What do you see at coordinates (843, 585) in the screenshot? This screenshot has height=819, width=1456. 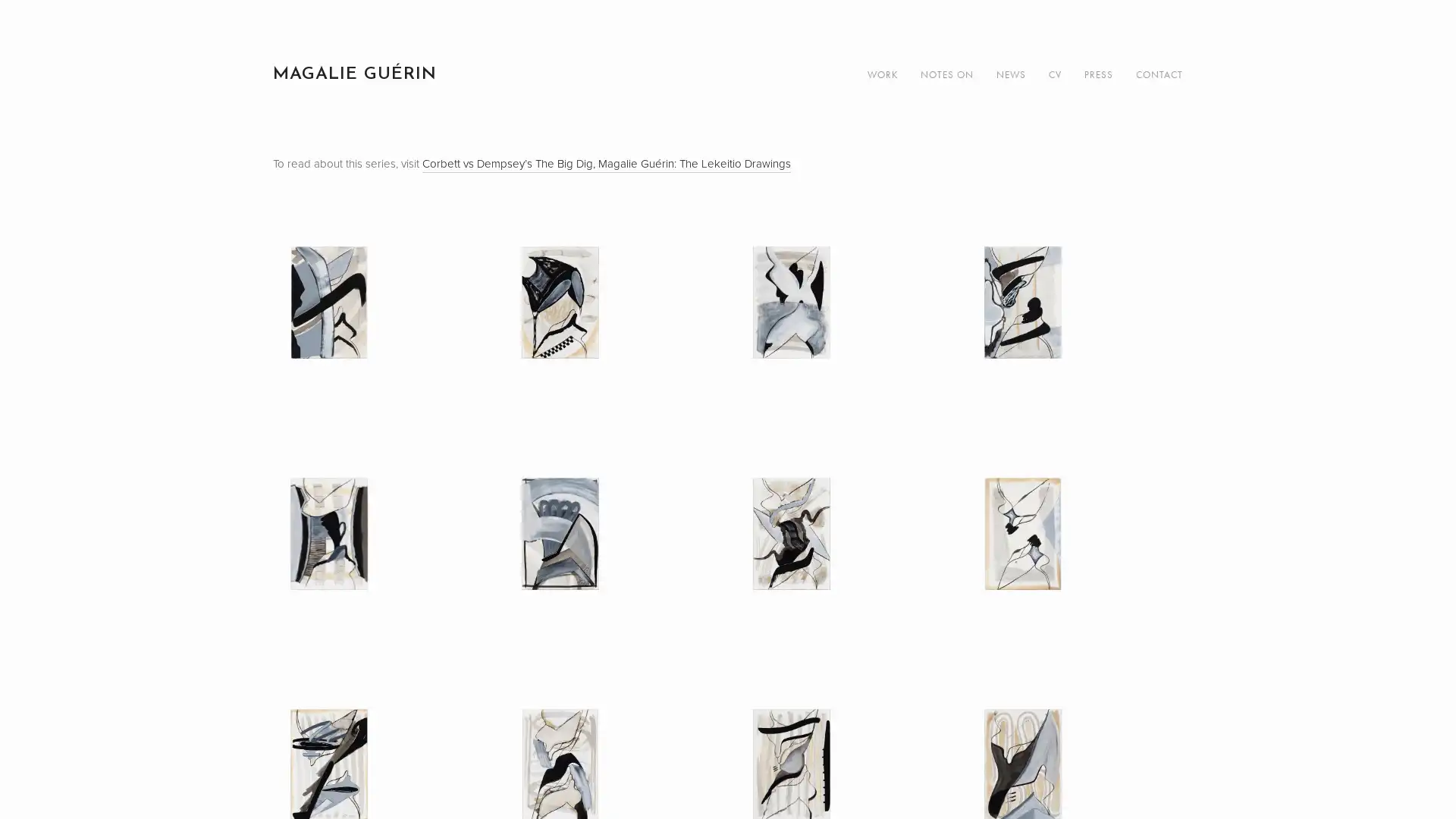 I see `View fullsize Untitled (LK 07), 2019` at bounding box center [843, 585].